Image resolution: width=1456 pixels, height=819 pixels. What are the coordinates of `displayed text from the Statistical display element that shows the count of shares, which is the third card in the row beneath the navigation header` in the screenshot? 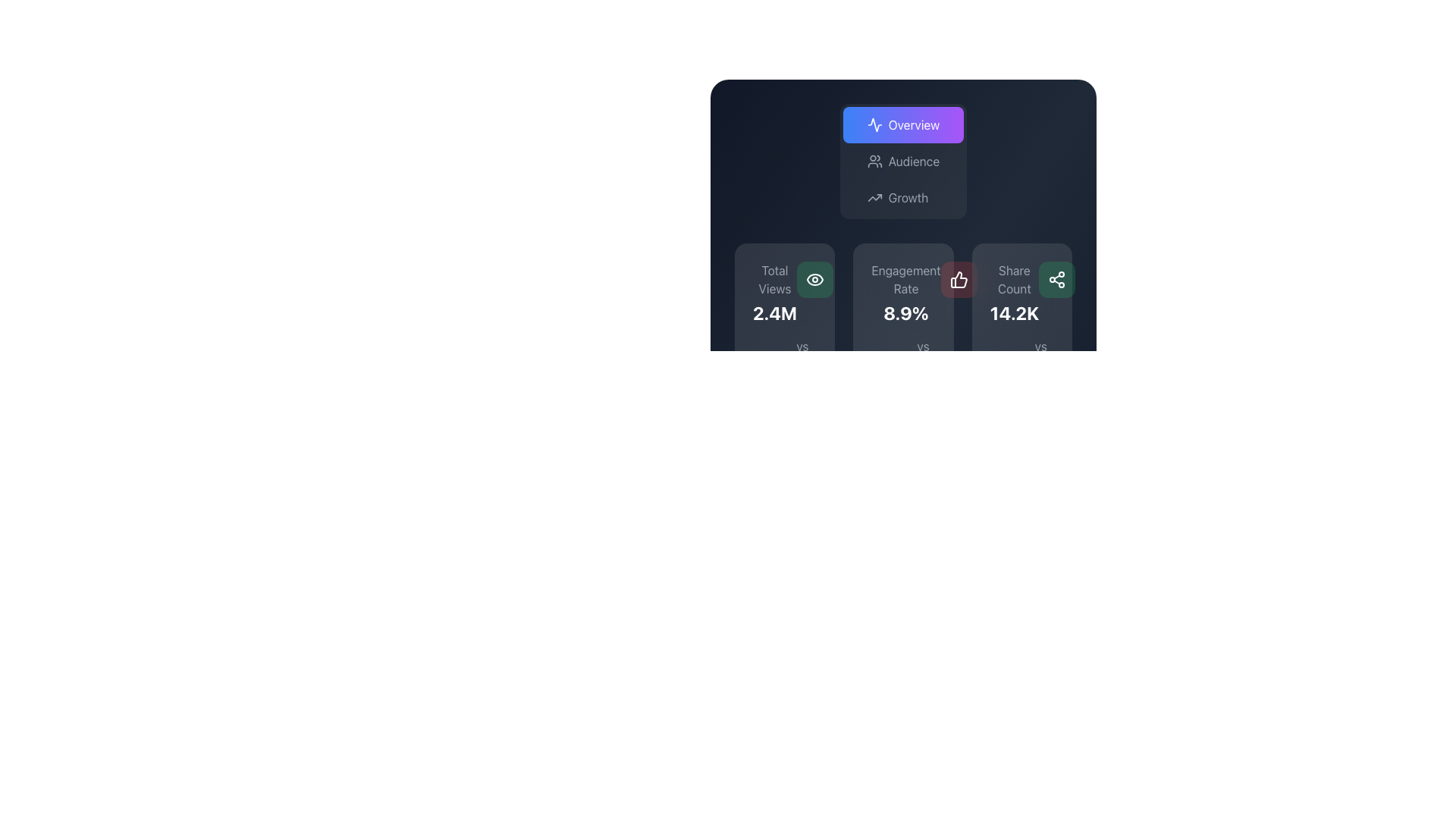 It's located at (1021, 293).